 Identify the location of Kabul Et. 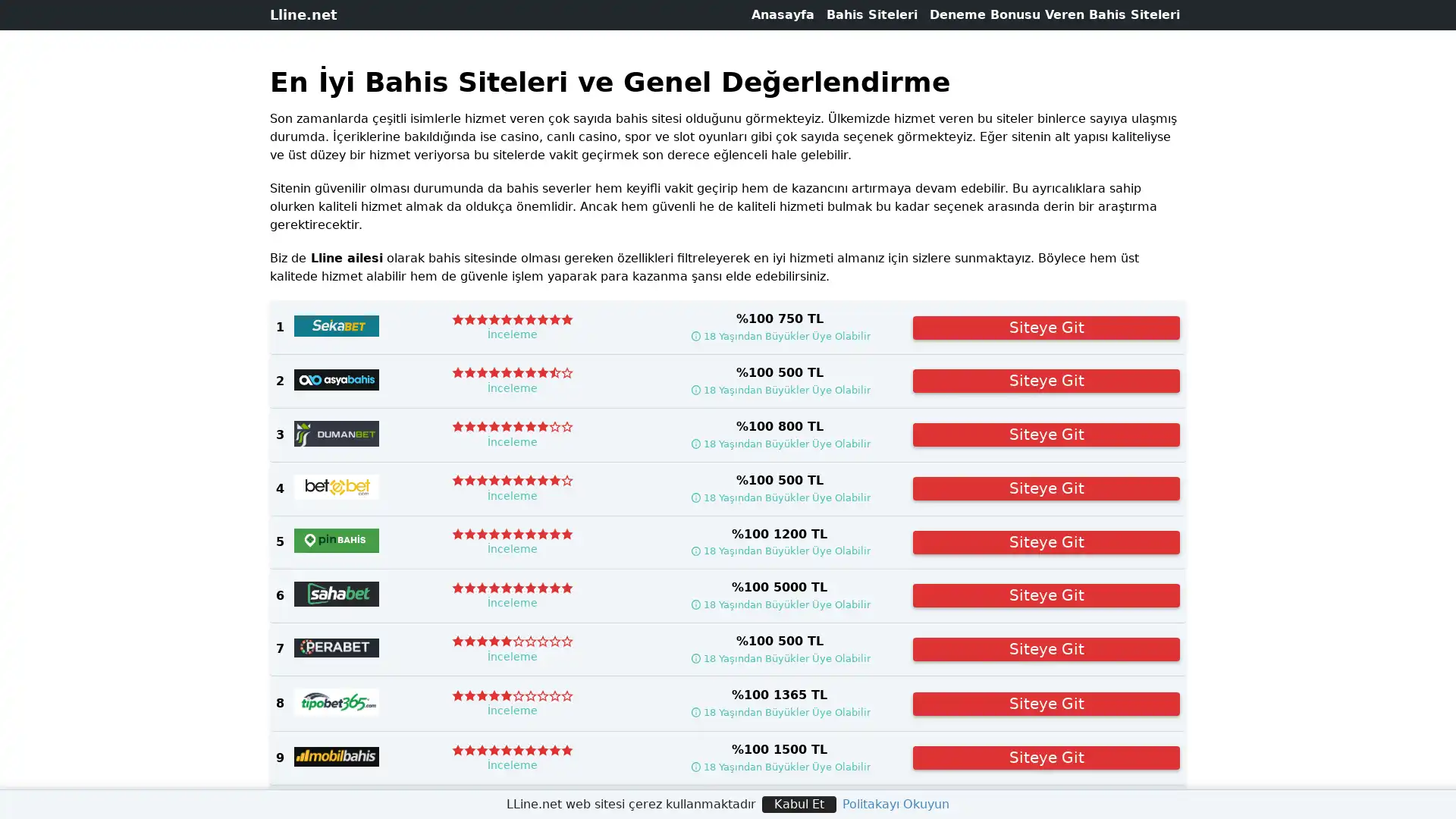
(799, 803).